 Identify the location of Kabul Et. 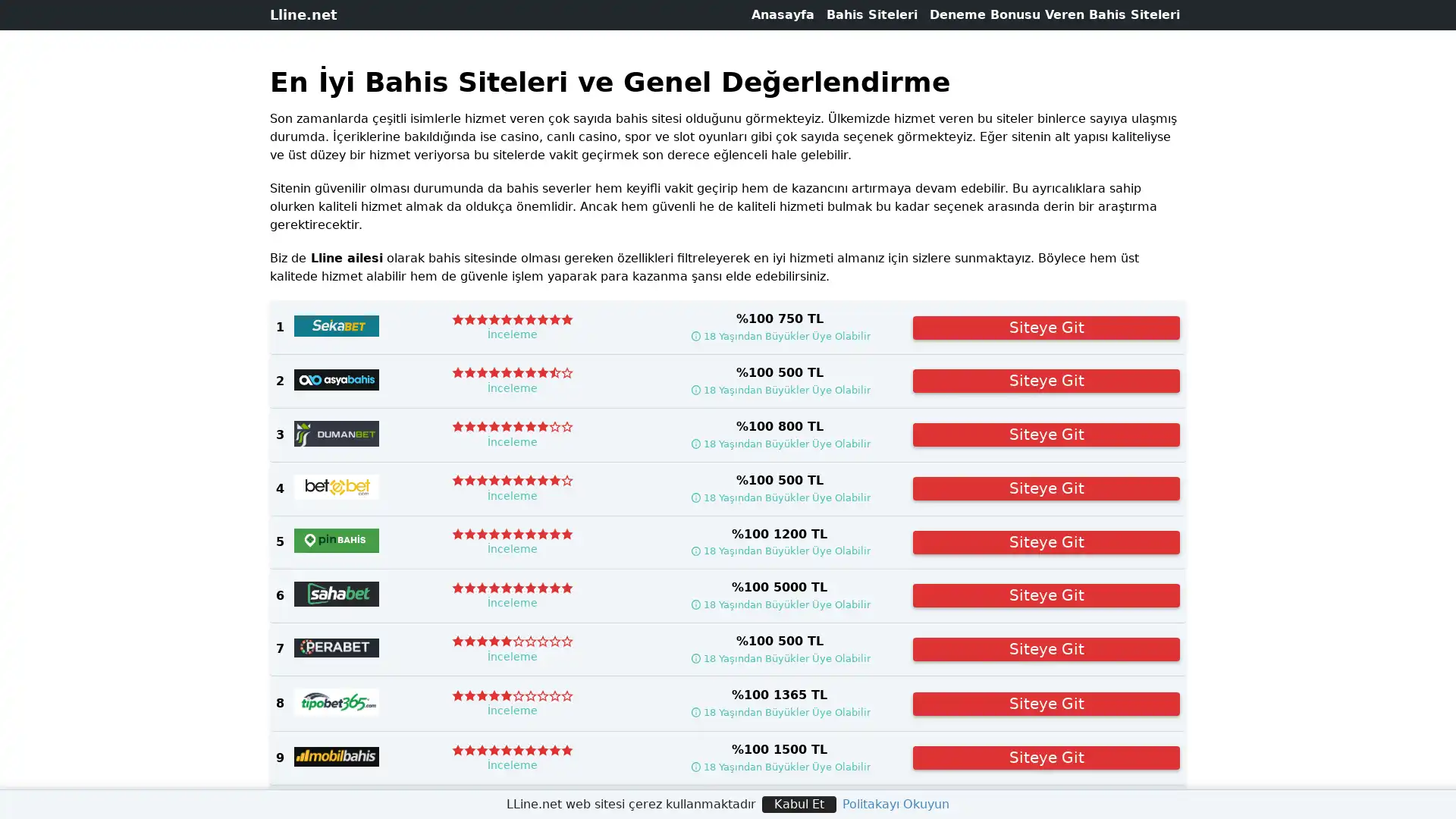
(799, 803).